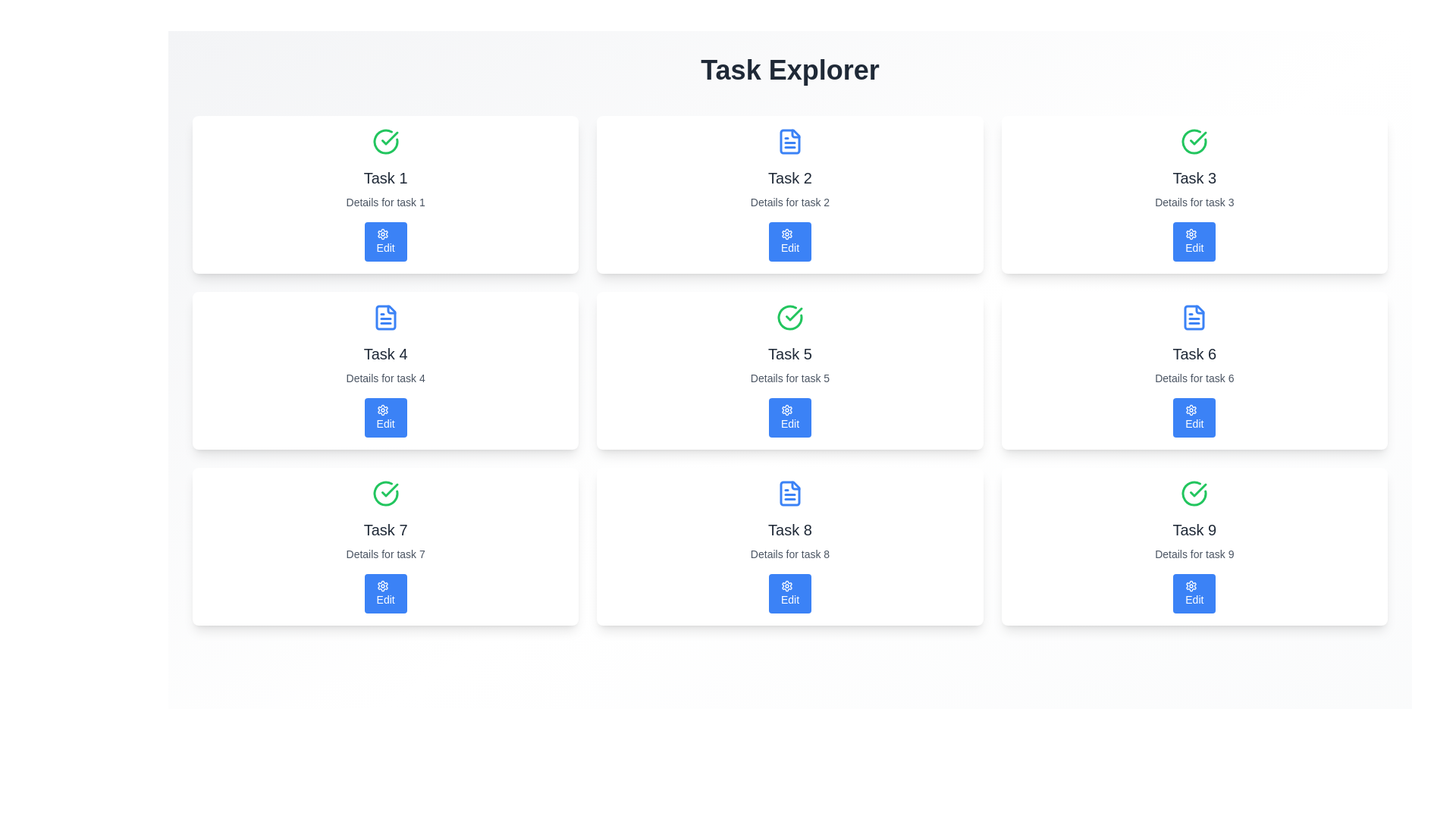  What do you see at coordinates (1194, 418) in the screenshot?
I see `the blue 'Edit' button with a gear-shaped icon located at the bottom middle section of the 'Task 6' card` at bounding box center [1194, 418].